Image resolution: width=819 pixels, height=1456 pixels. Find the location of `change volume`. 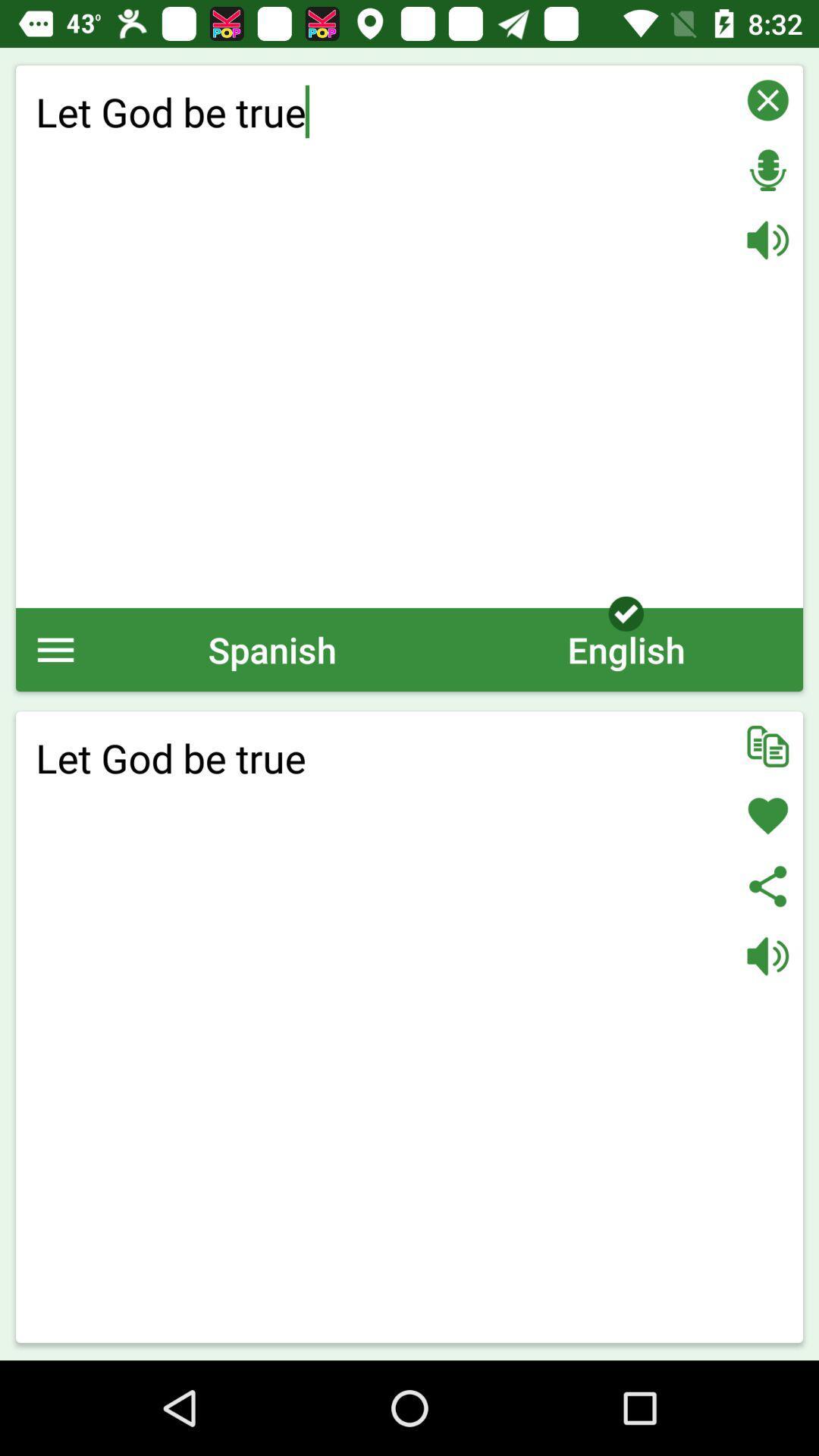

change volume is located at coordinates (767, 239).